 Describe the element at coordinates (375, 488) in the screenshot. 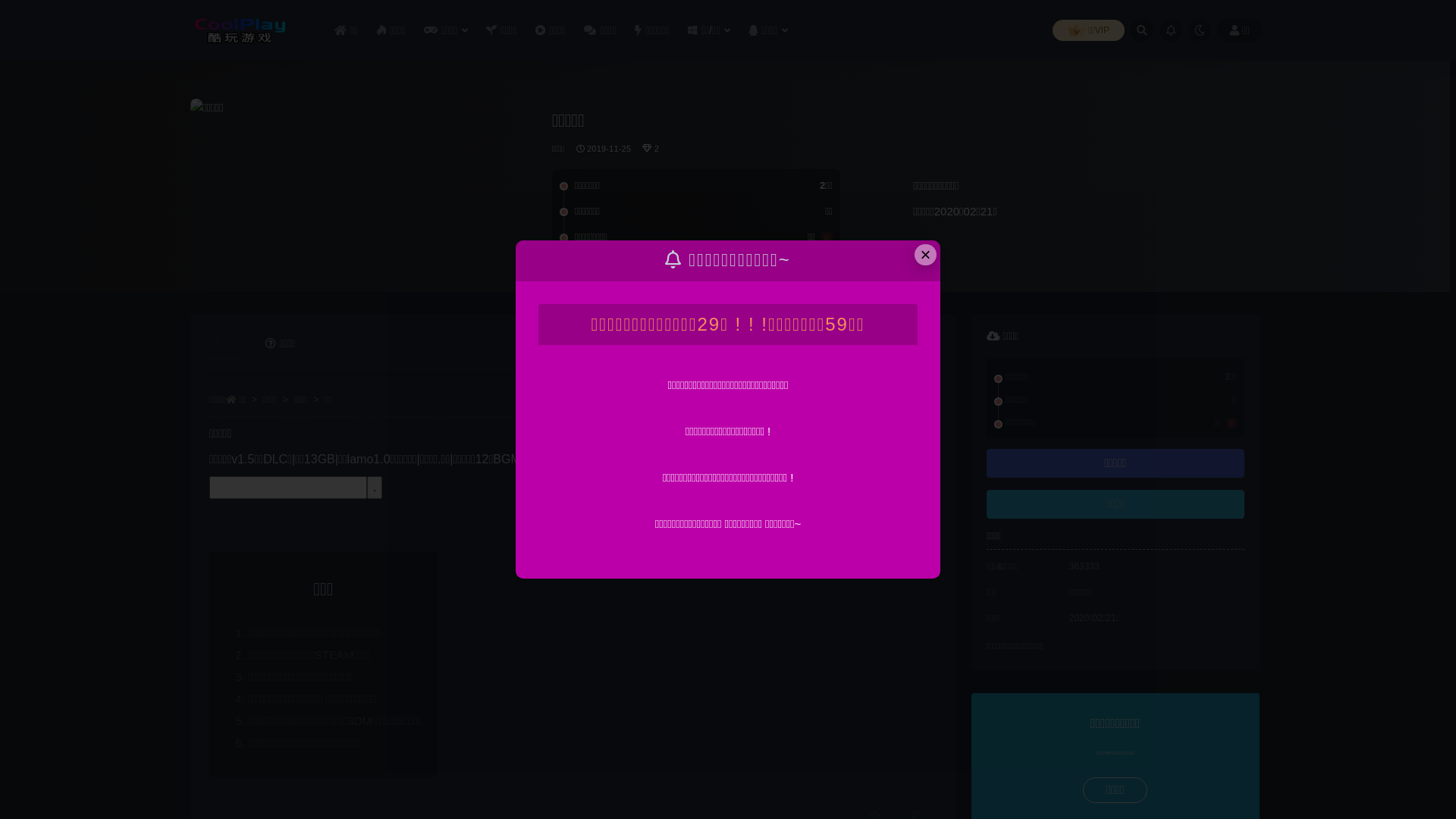

I see `'.'` at that location.